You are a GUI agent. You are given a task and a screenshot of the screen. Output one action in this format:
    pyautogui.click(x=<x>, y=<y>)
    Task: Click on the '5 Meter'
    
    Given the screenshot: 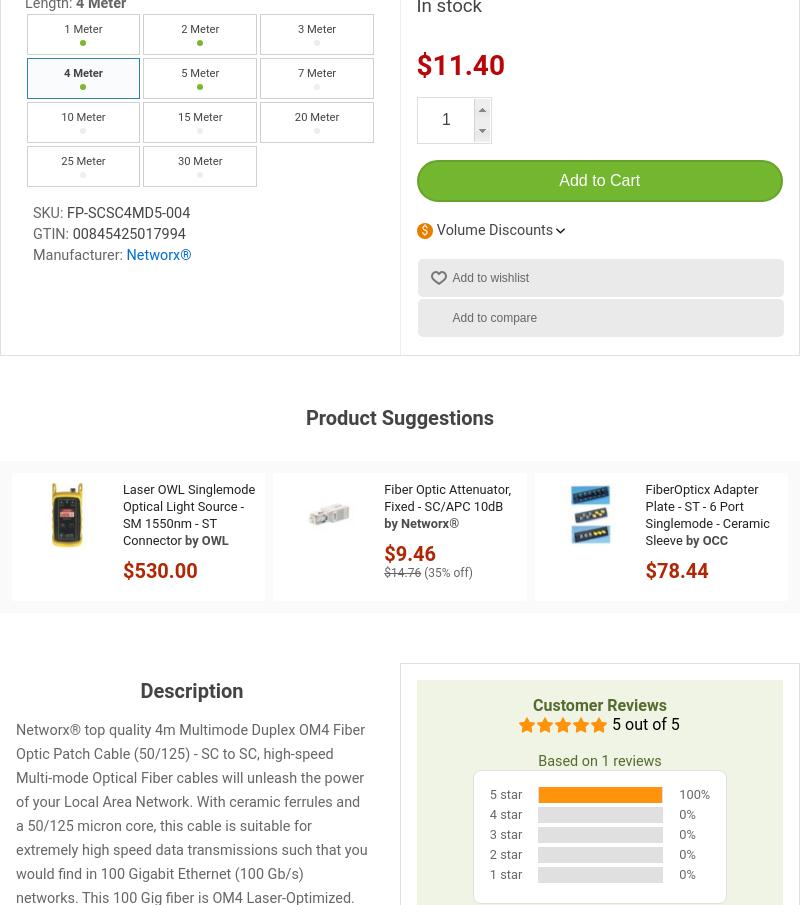 What is the action you would take?
    pyautogui.click(x=200, y=72)
    